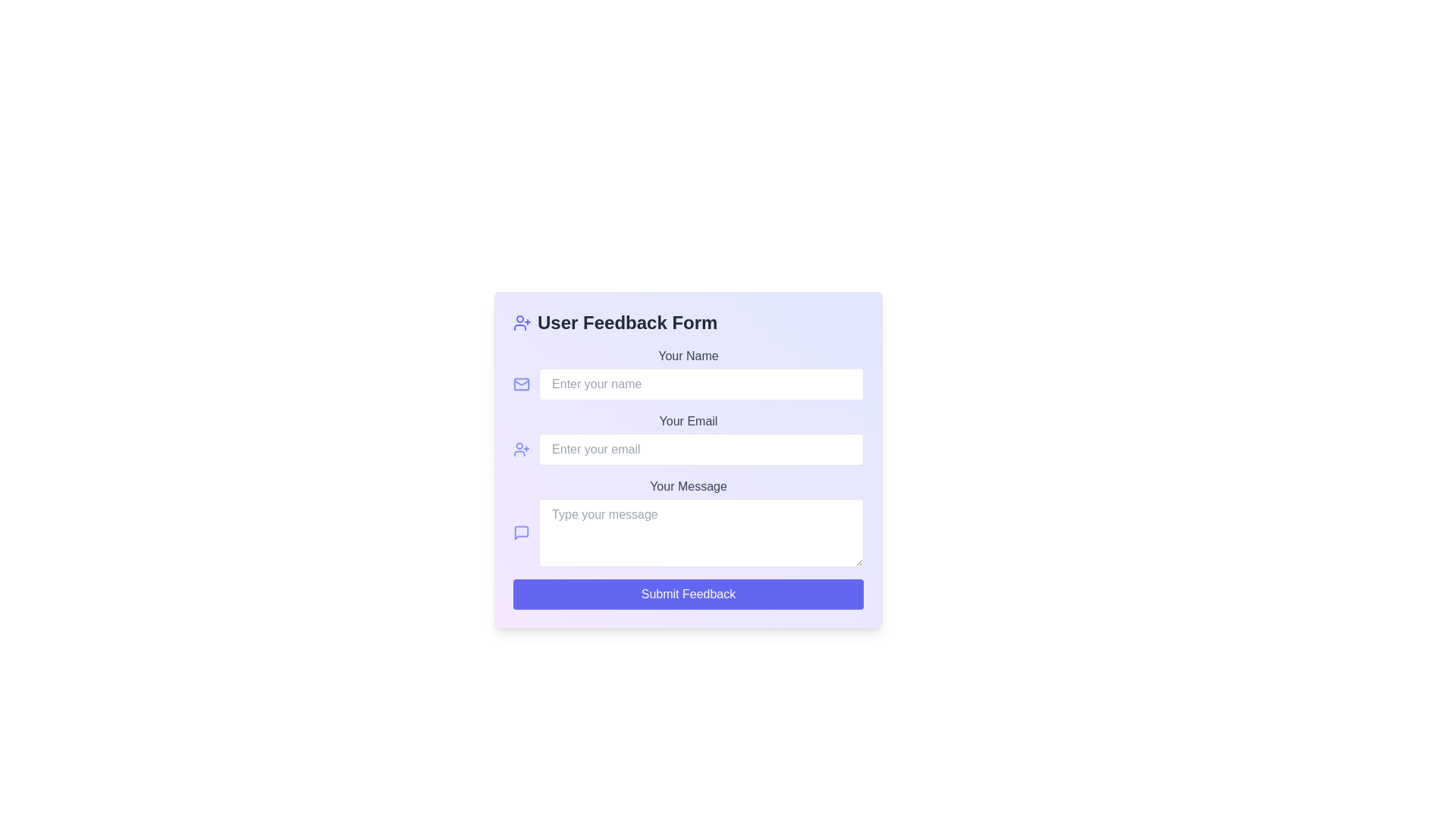  What do you see at coordinates (687, 593) in the screenshot?
I see `the submit button located at the bottom of the feedback form layout` at bounding box center [687, 593].